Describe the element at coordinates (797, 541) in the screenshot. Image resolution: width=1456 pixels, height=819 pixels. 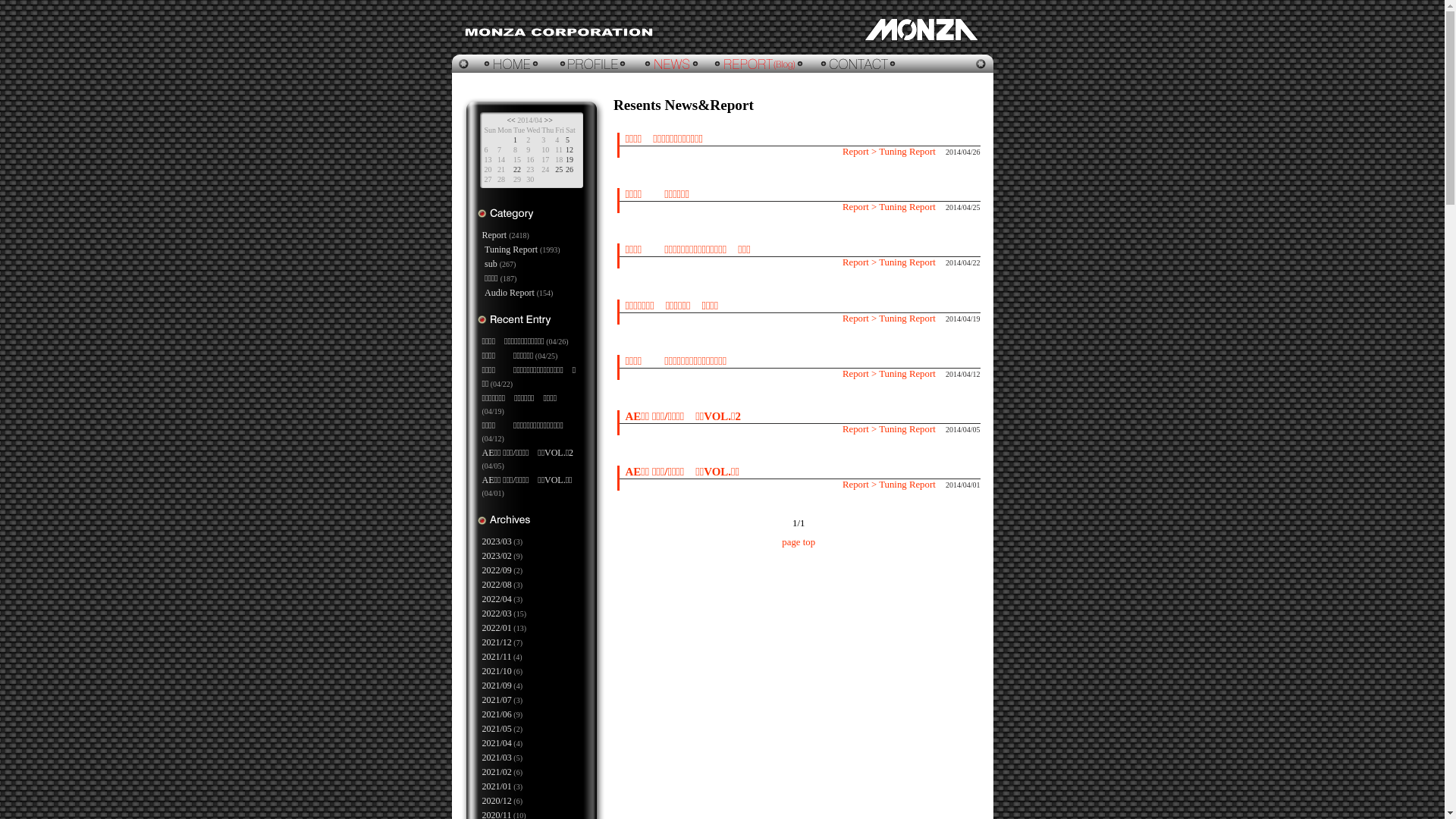
I see `'page top'` at that location.